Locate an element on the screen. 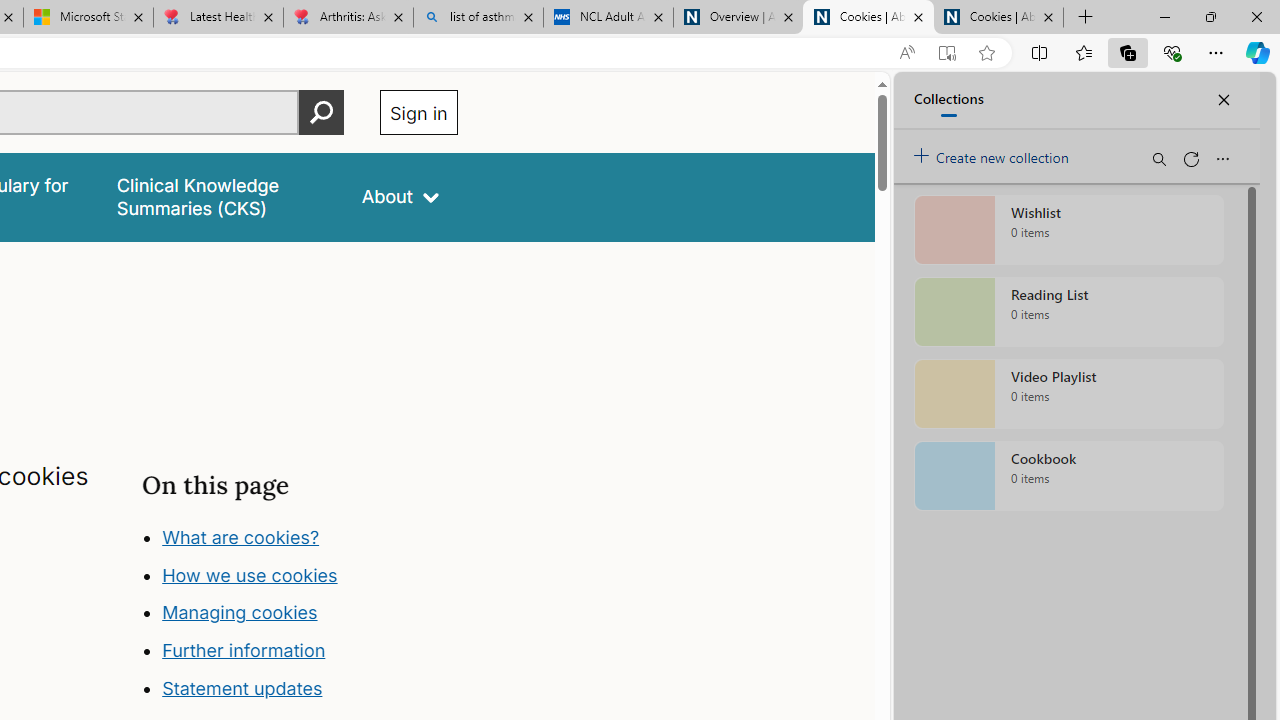  'list of asthma inhalers uk - Search' is located at coordinates (477, 17).